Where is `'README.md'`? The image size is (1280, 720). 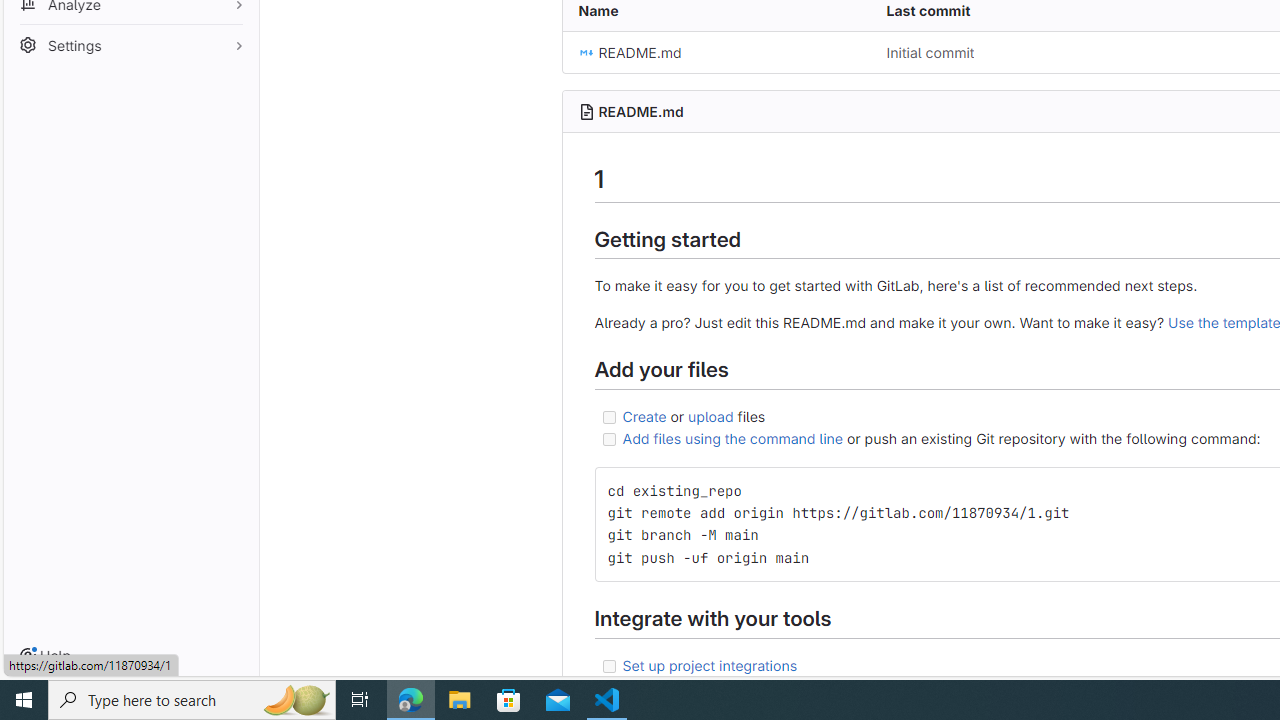
'README.md' is located at coordinates (716, 51).